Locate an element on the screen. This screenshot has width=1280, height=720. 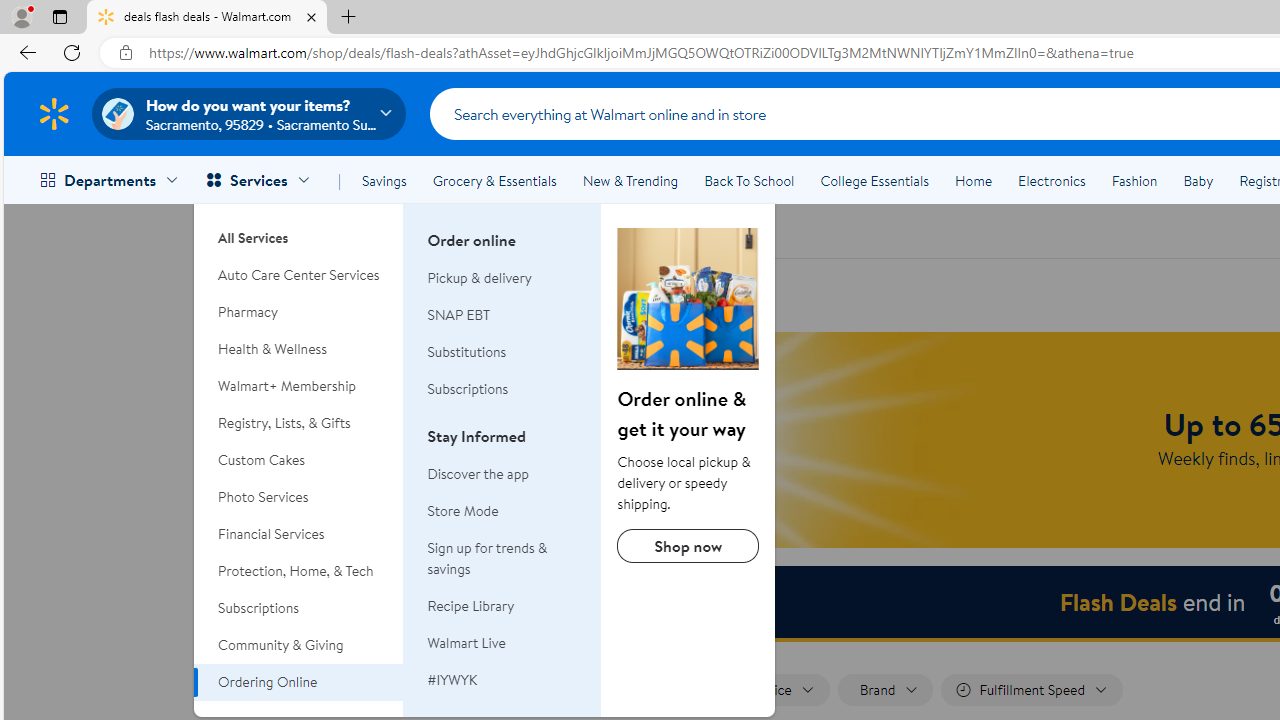
'Filter by Fulfillment Speed not applied, activate to change' is located at coordinates (1032, 689).